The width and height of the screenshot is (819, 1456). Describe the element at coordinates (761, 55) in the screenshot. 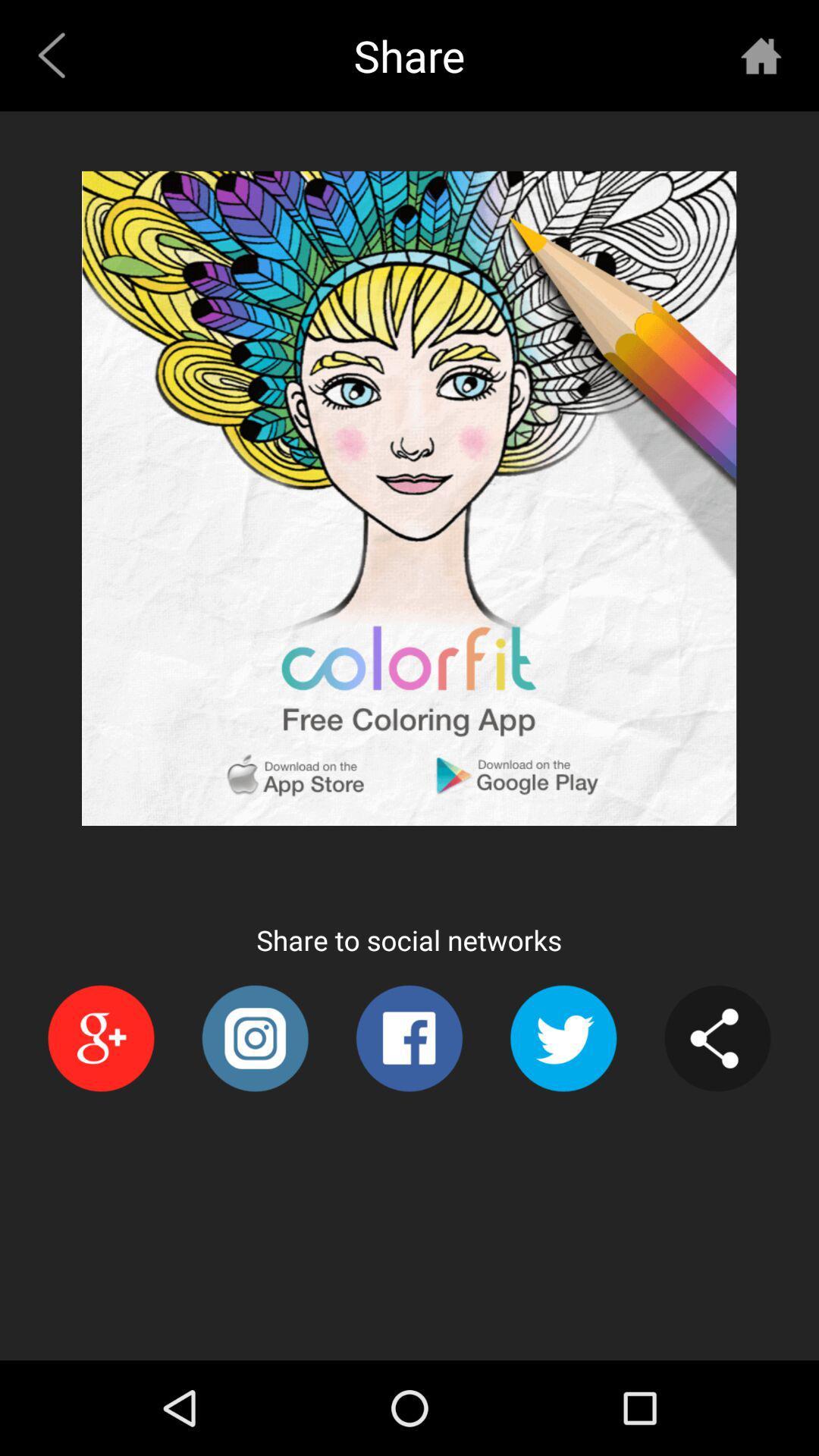

I see `item at the top right corner` at that location.